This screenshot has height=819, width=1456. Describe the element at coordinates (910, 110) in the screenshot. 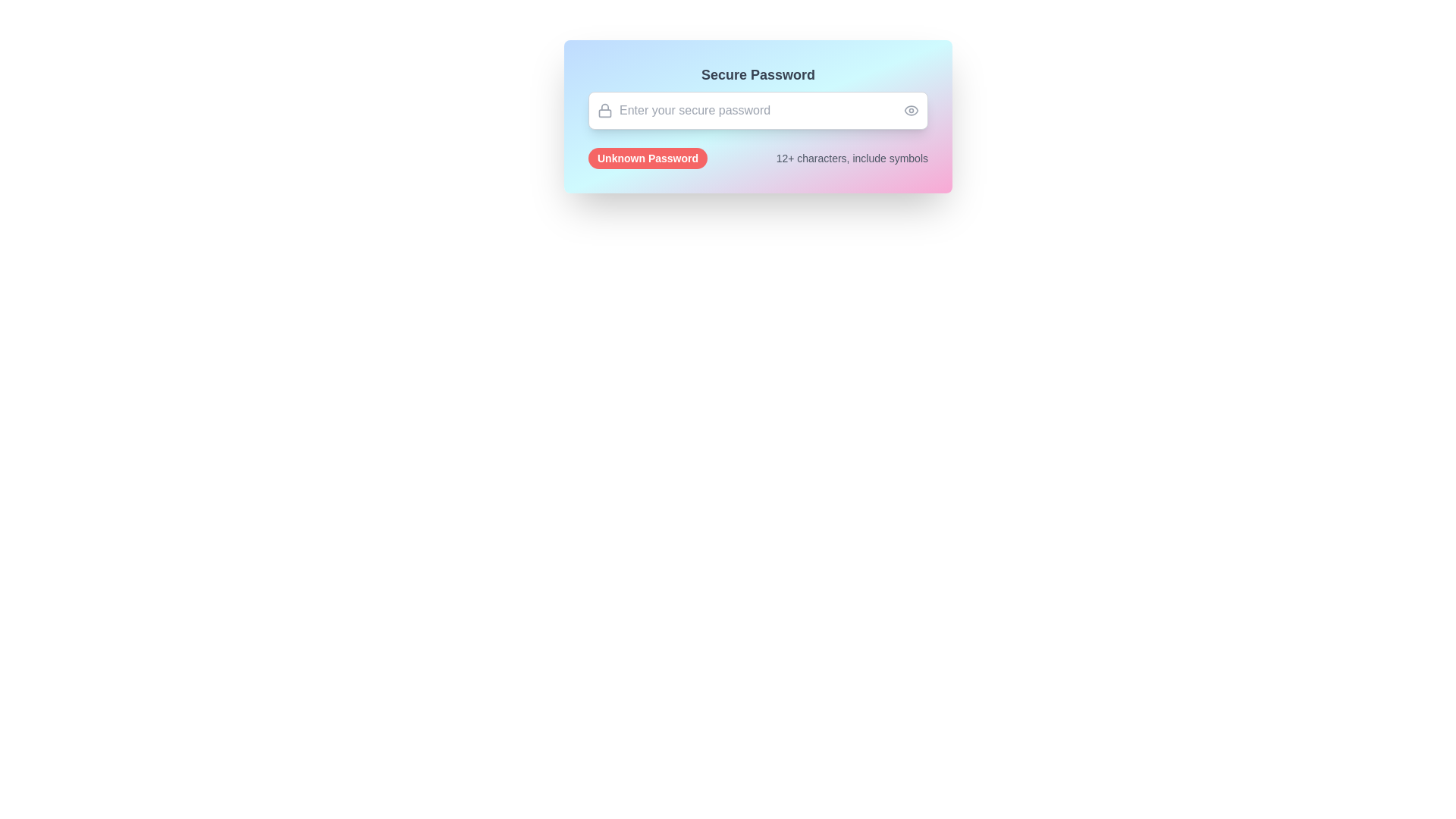

I see `the circular eye icon button located on the far right side of the password input field` at that location.